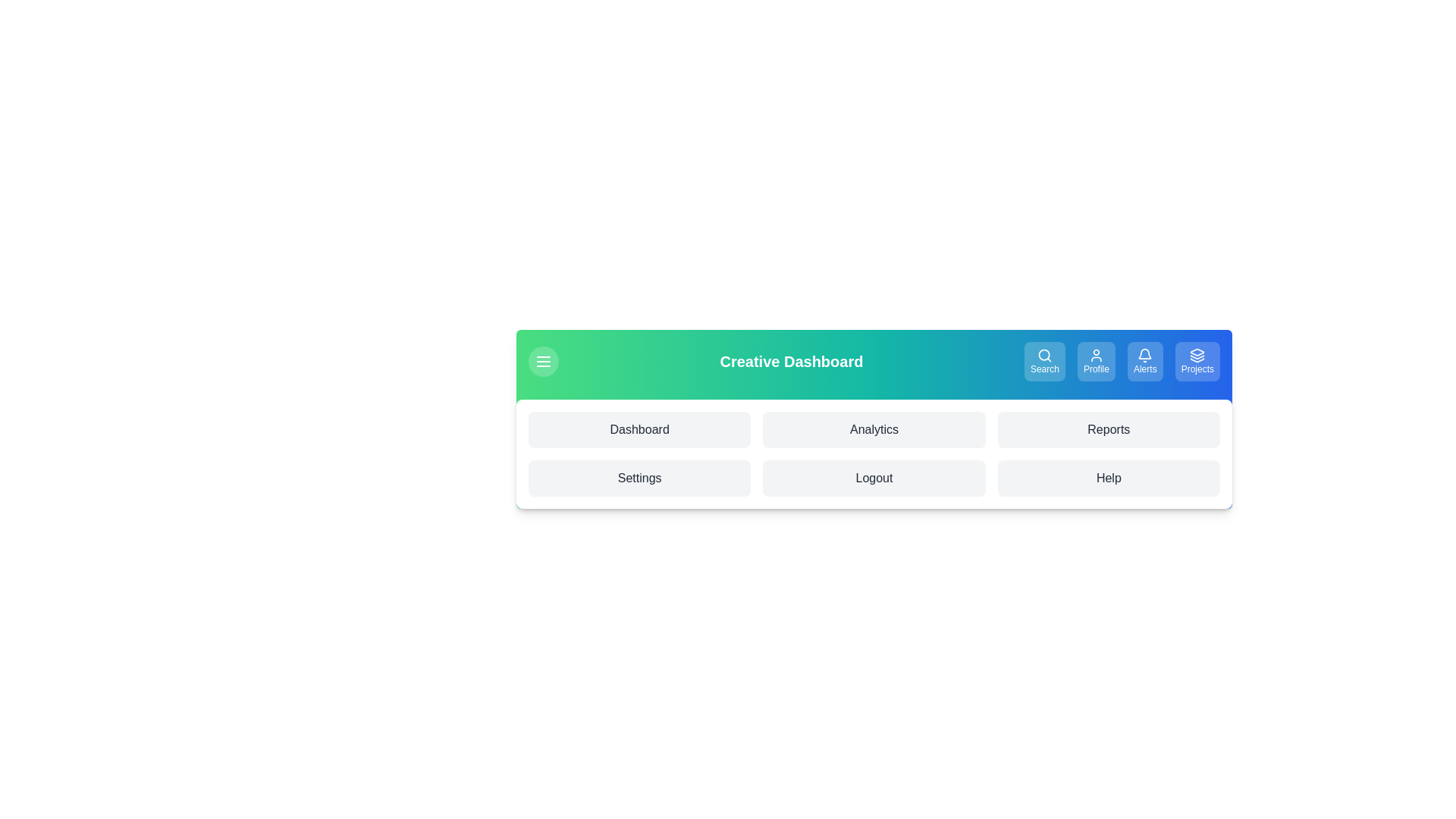 Image resolution: width=1456 pixels, height=819 pixels. What do you see at coordinates (1197, 362) in the screenshot?
I see `the button labeled Projects to view its hover effect` at bounding box center [1197, 362].